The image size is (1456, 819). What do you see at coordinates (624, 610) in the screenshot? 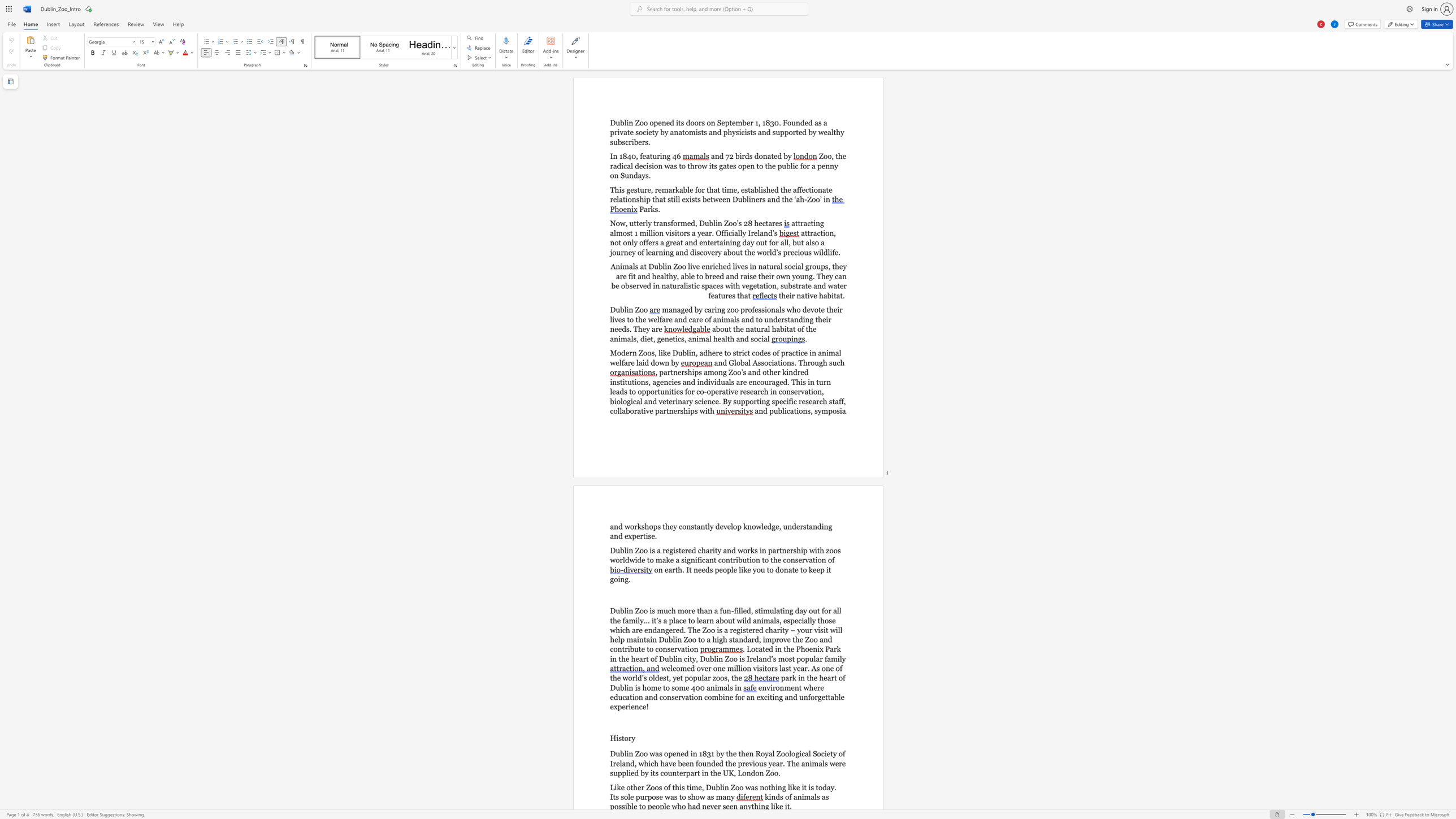
I see `the subset text "lin Zoo is much mor" within the text "Dublin Zoo is much more than a fun-filled, stimulating day out for all the family..."` at bounding box center [624, 610].